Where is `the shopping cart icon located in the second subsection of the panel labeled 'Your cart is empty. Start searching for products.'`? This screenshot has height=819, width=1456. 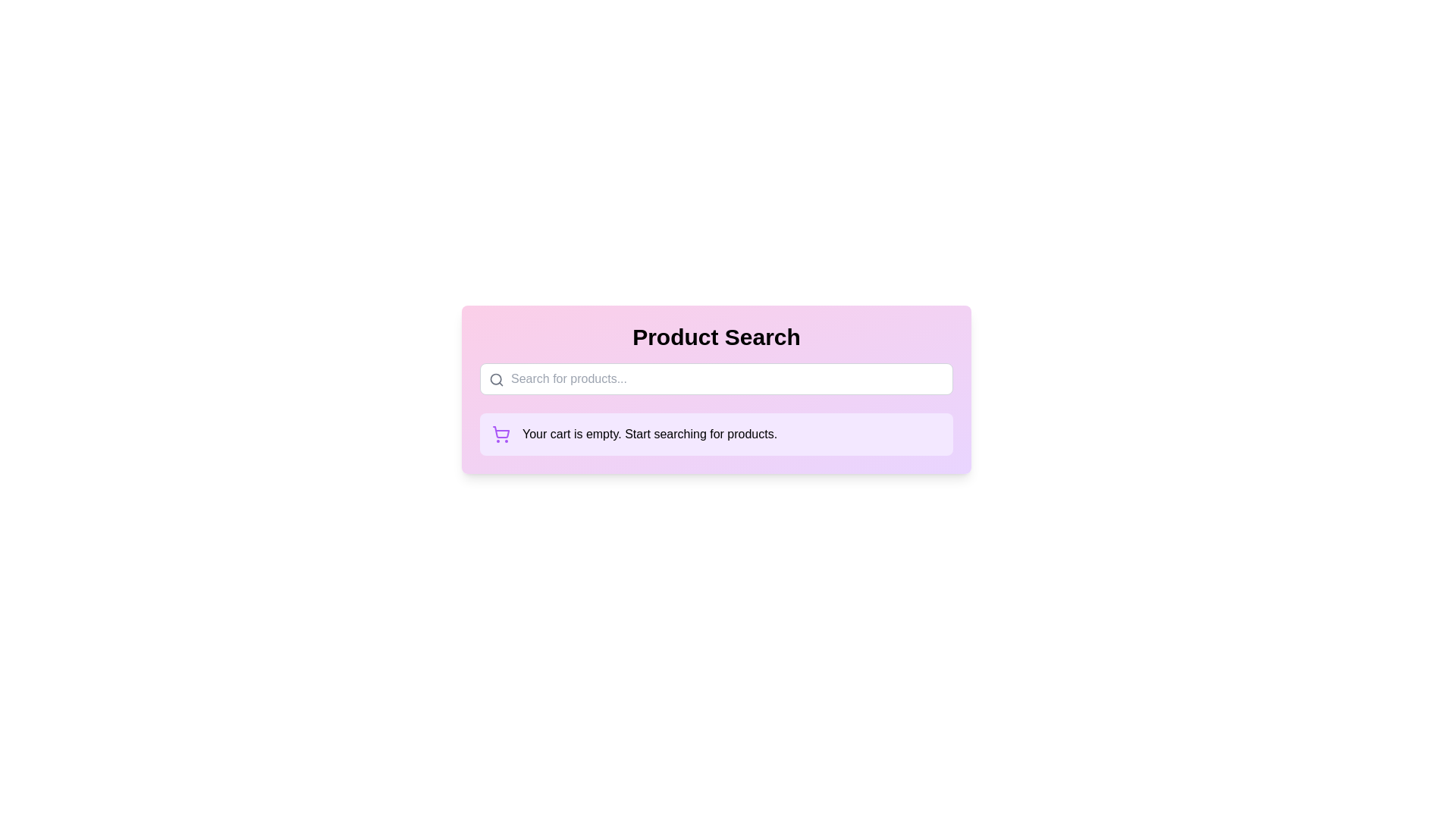
the shopping cart icon located in the second subsection of the panel labeled 'Your cart is empty. Start searching for products.' is located at coordinates (501, 435).